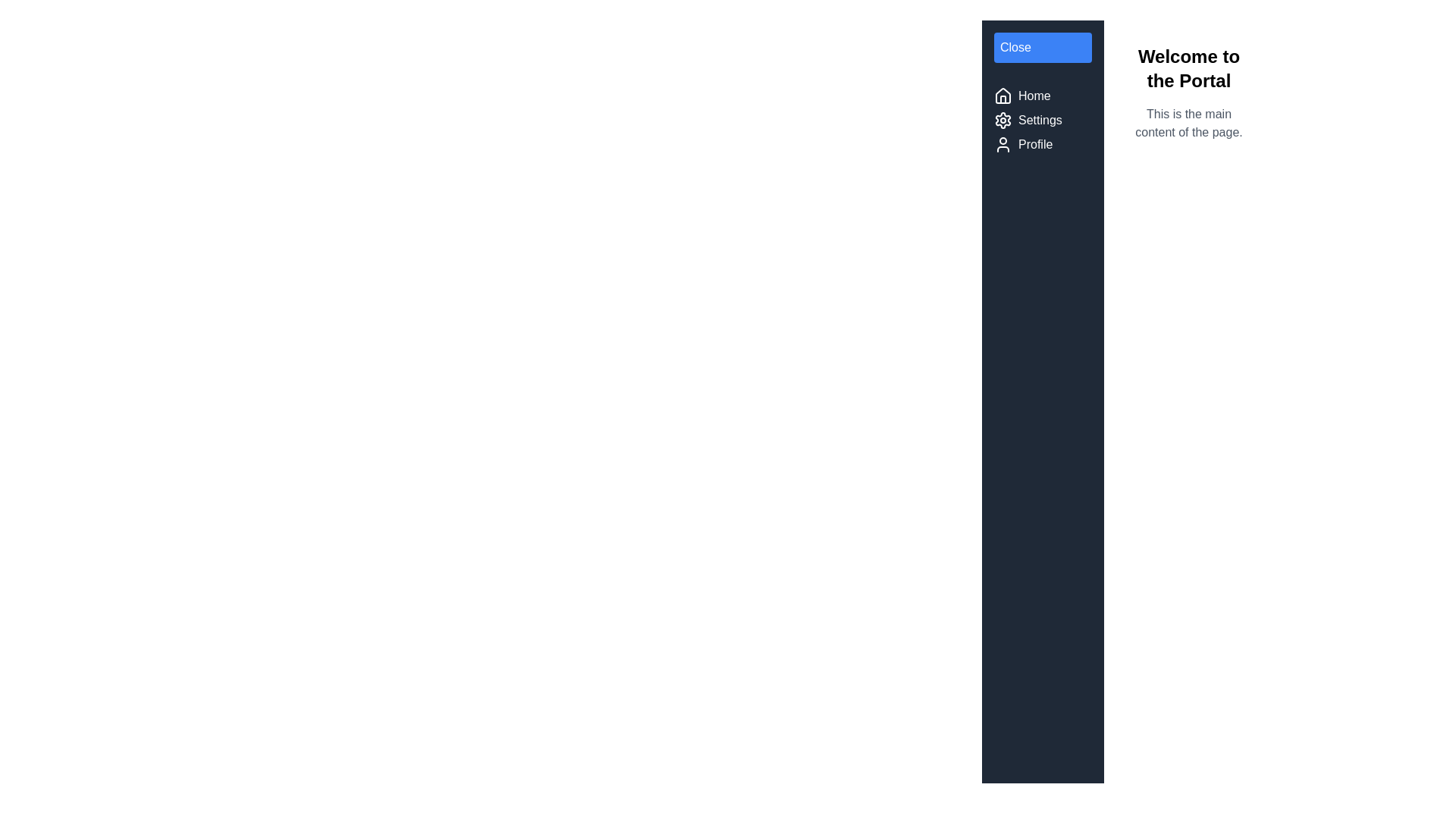 This screenshot has height=819, width=1456. What do you see at coordinates (1033, 96) in the screenshot?
I see `the 'Home' text label in the vertical navigation menu, which indicates navigation to the homepage or dashboard of the application` at bounding box center [1033, 96].